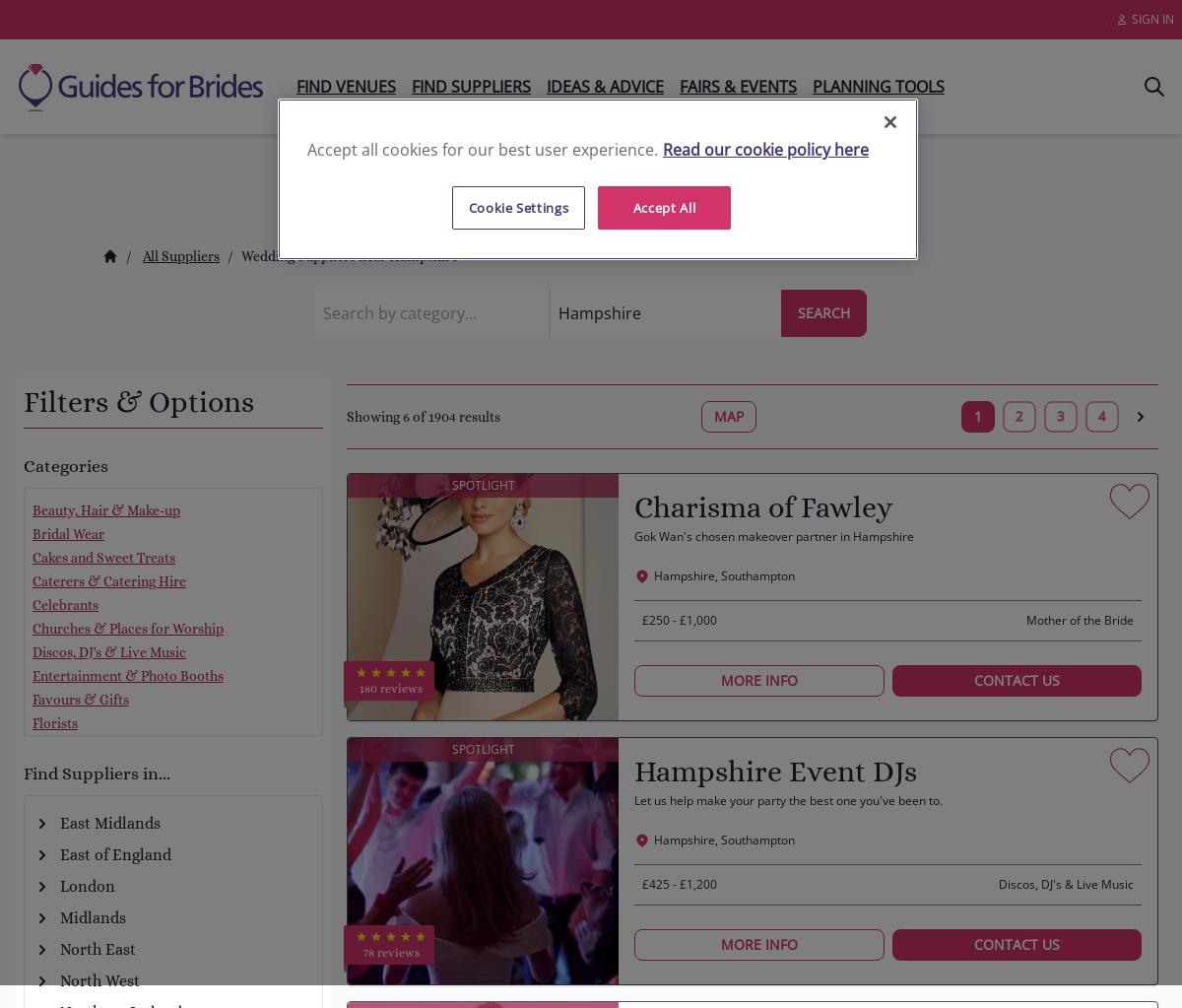 This screenshot has height=1008, width=1182. What do you see at coordinates (115, 854) in the screenshot?
I see `'East of England'` at bounding box center [115, 854].